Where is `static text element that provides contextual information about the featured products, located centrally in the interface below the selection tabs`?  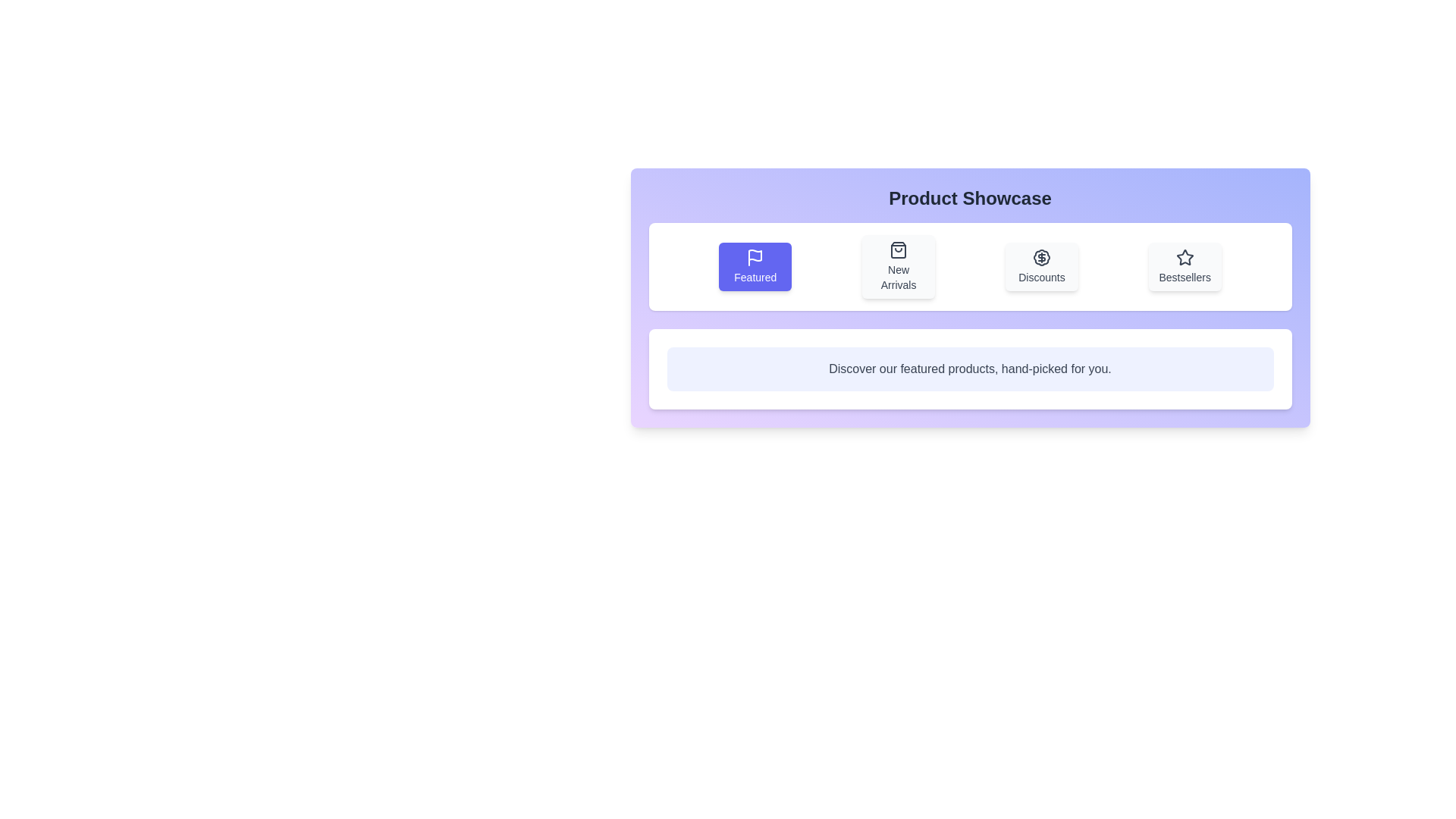
static text element that provides contextual information about the featured products, located centrally in the interface below the selection tabs is located at coordinates (969, 369).